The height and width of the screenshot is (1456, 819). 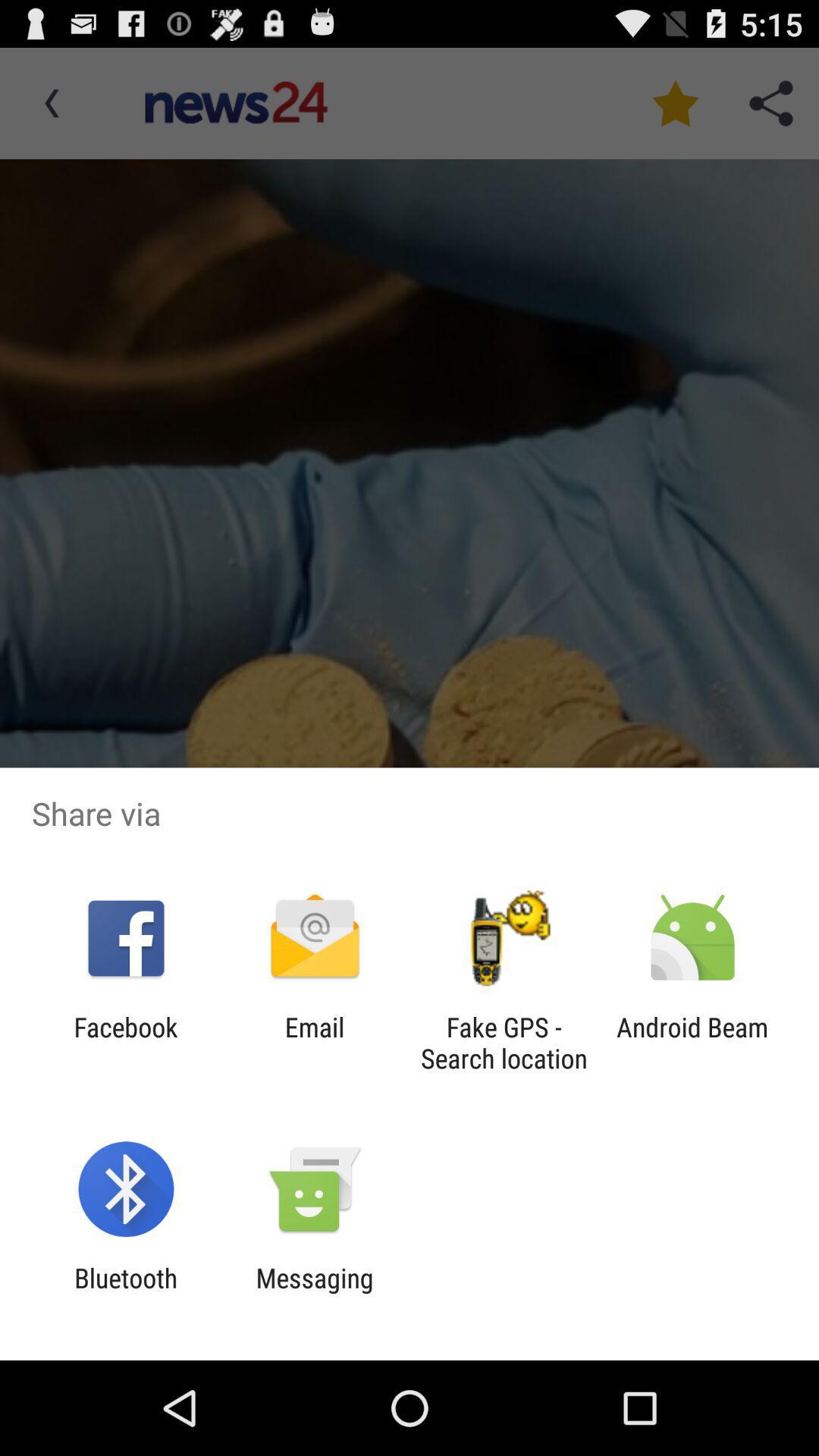 I want to click on item to the right of bluetooth, so click(x=314, y=1293).